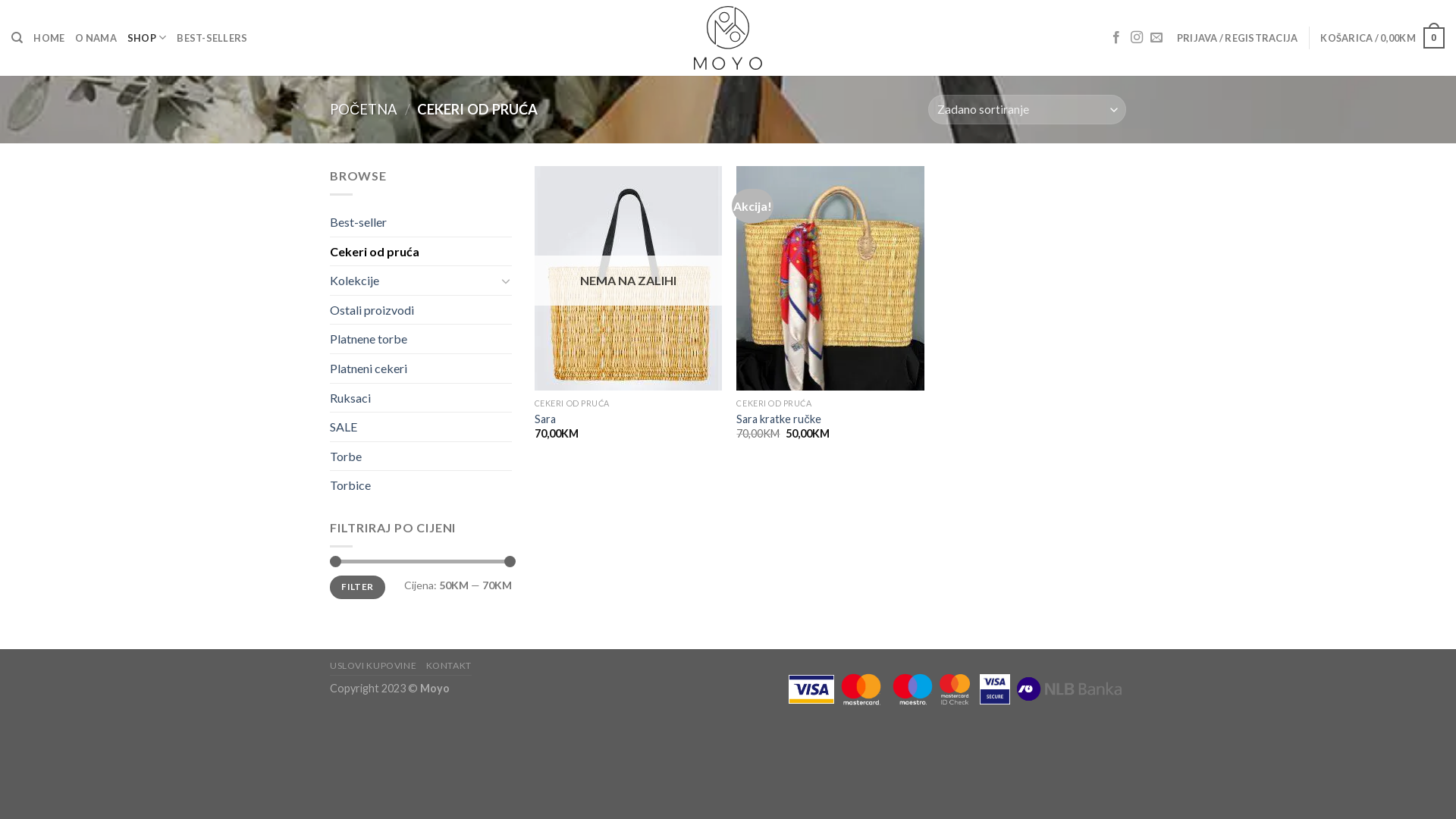 This screenshot has width=1456, height=819. I want to click on 'HOME', so click(49, 37).